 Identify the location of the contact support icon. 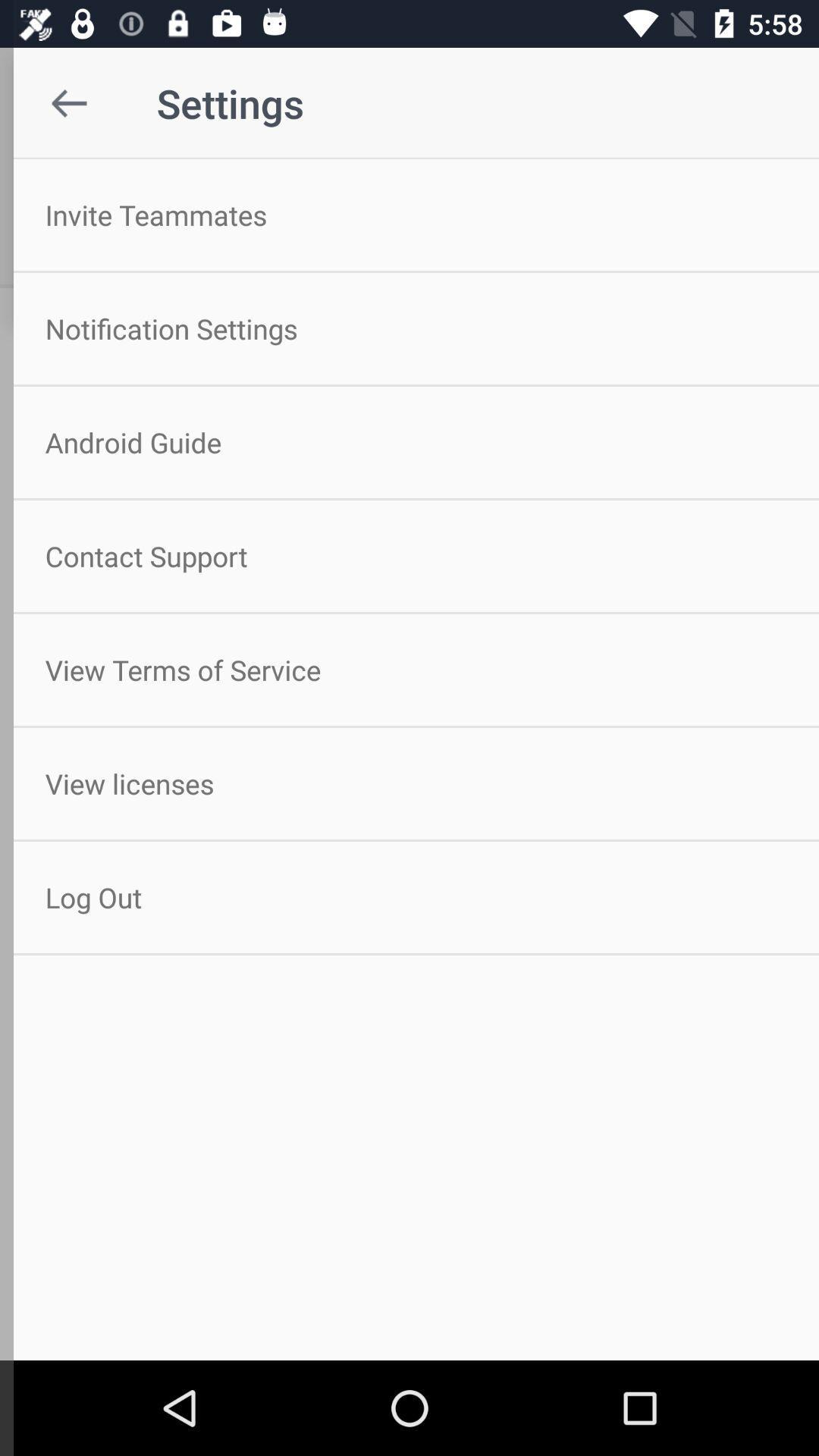
(409, 555).